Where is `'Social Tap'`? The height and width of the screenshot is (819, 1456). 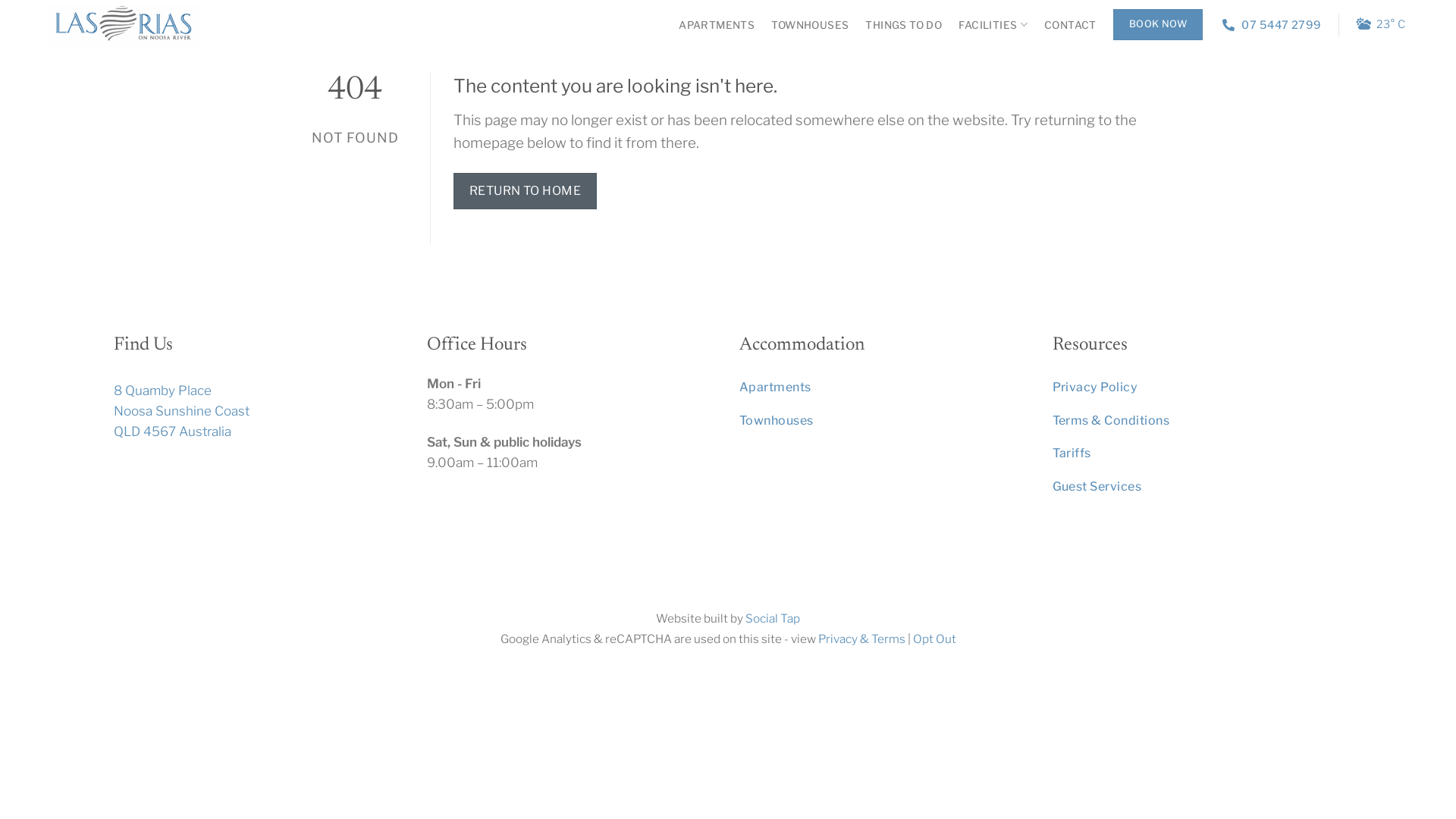
'Social Tap' is located at coordinates (745, 618).